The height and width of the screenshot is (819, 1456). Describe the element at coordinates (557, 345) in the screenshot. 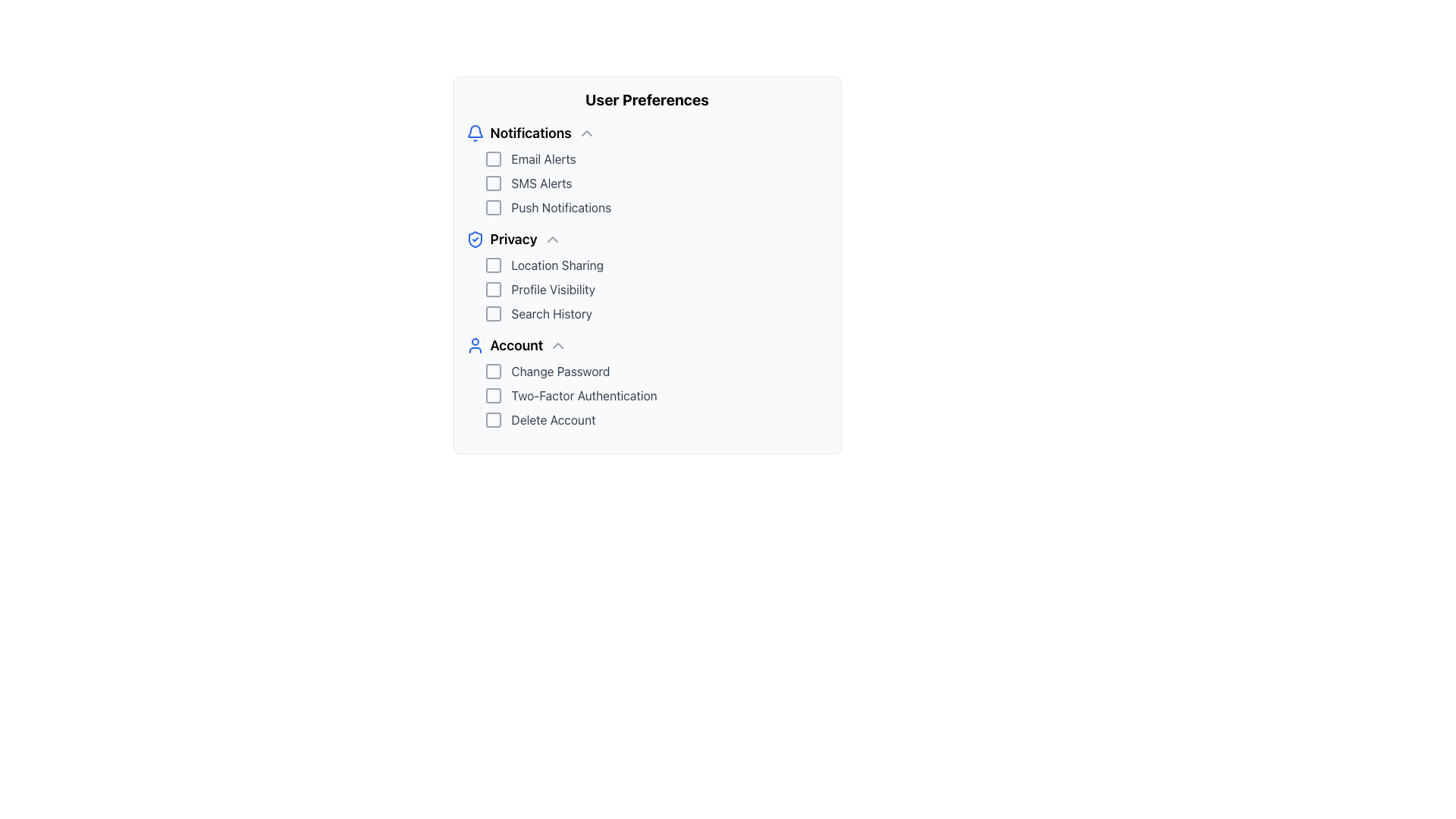

I see `the downward-pointing chevron arrow dropdown toggle button located to the right of the 'Account' text` at that location.